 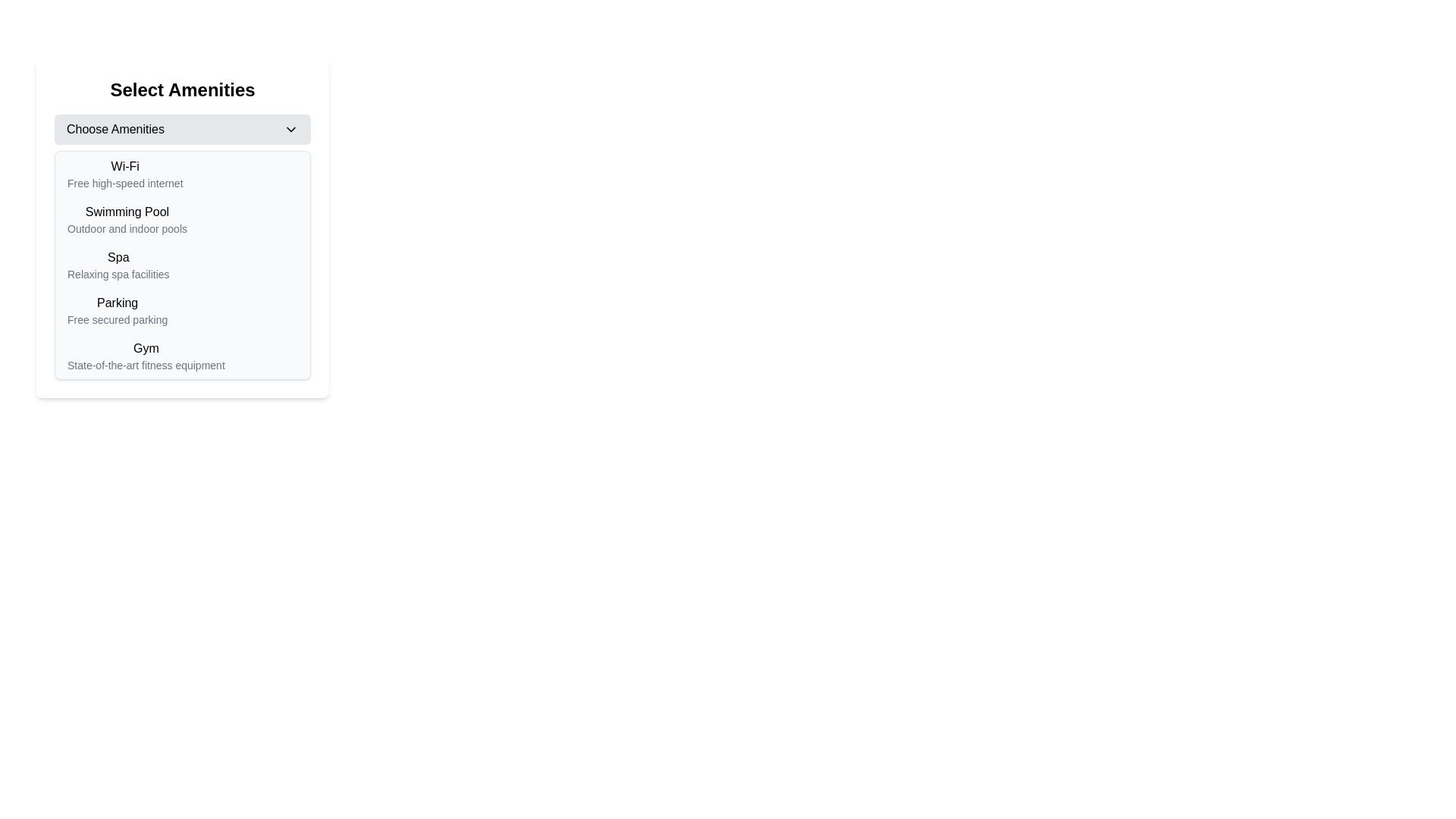 I want to click on the 'Wi-Fi' text label, which is positioned above a smaller description in a white dropdown area, located at the top of a grouped list of amenities, so click(x=125, y=166).